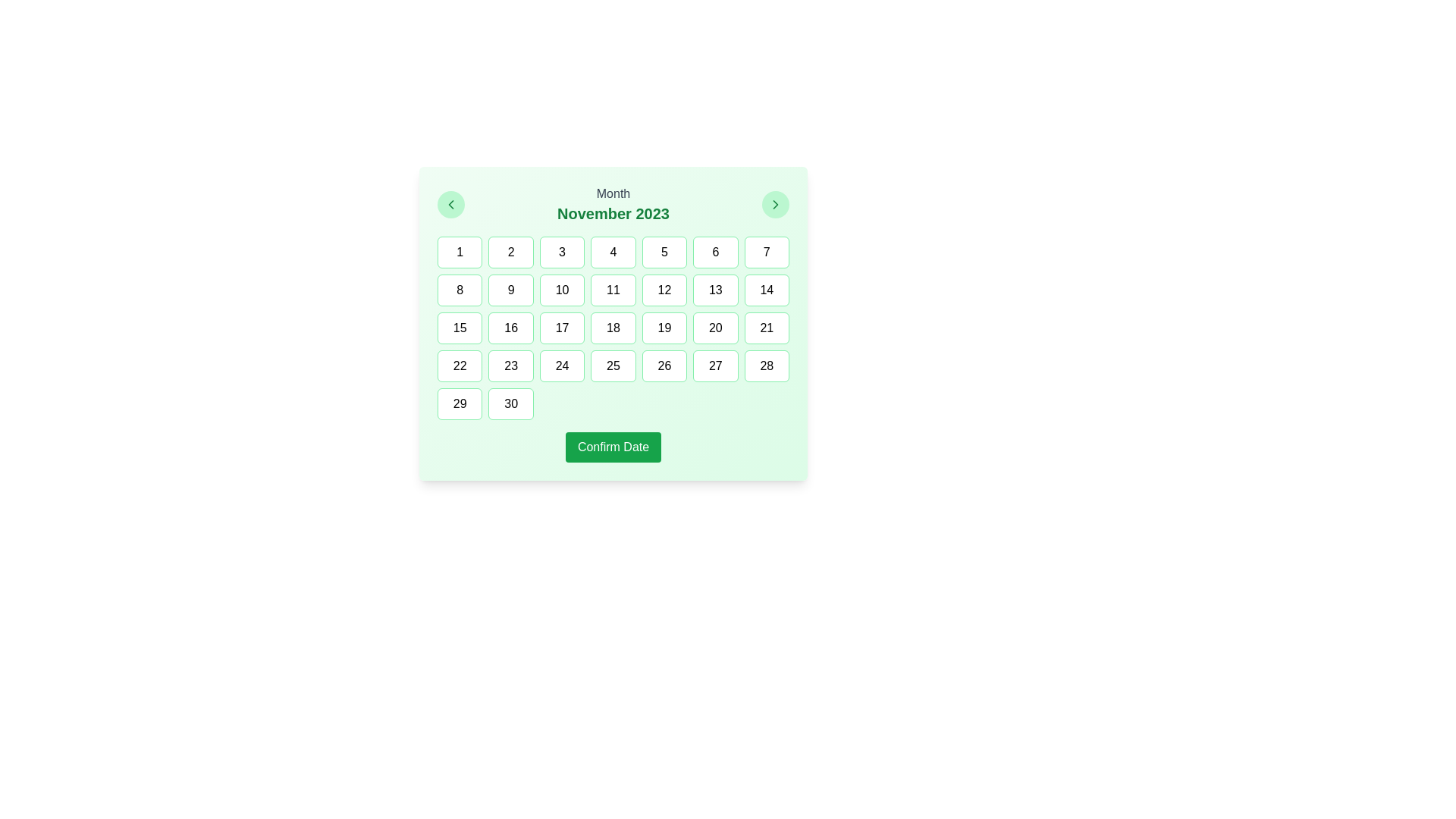 The width and height of the screenshot is (1456, 819). I want to click on a specific cell in the calendar grid for date selection in the 'Month November 2023' calendar, so click(613, 327).